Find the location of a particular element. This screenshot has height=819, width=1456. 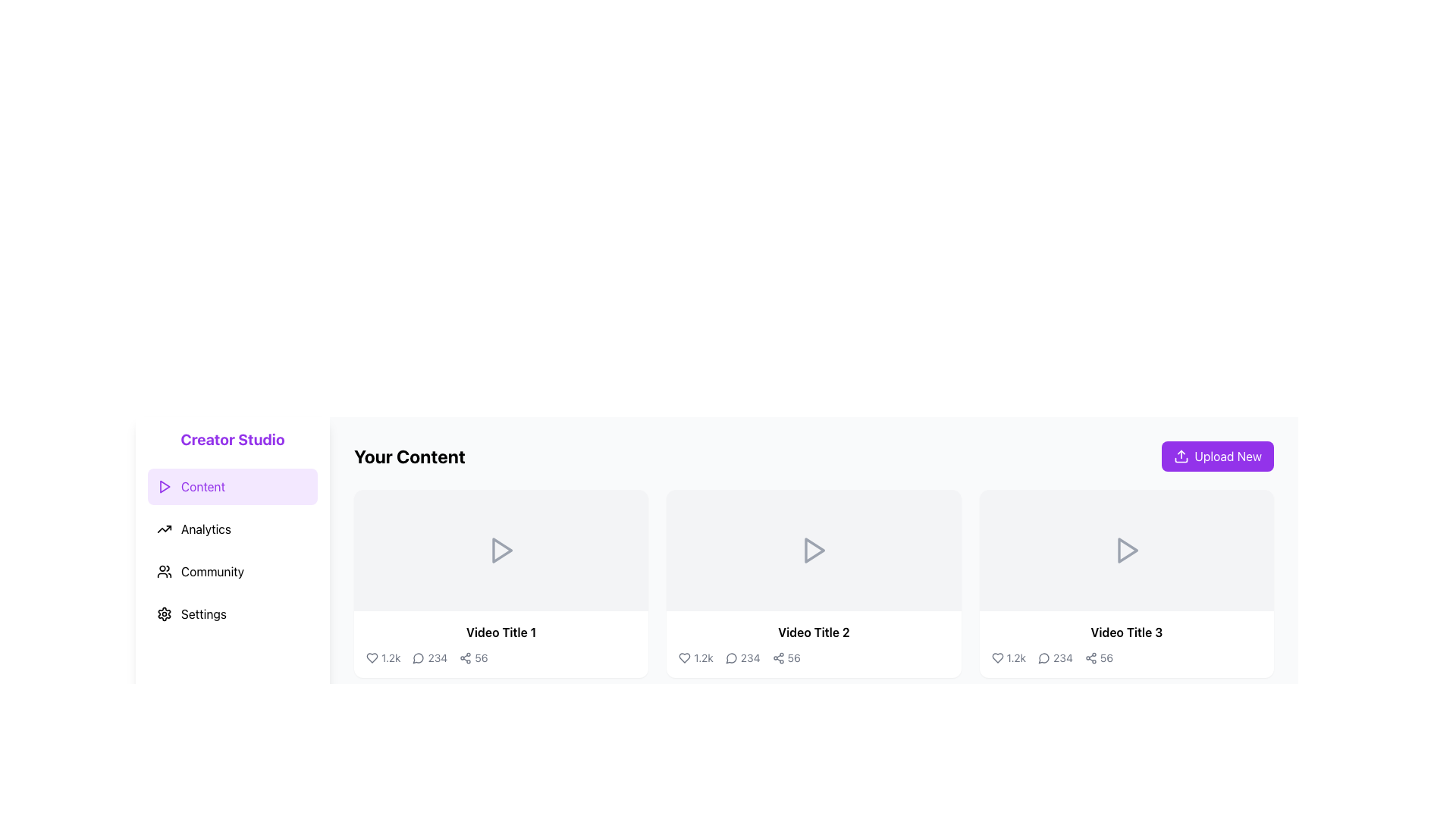

the Statistical display showing engagement statistics for 'Video Title 3' in the third video card of the 'Your Content' section is located at coordinates (1126, 657).